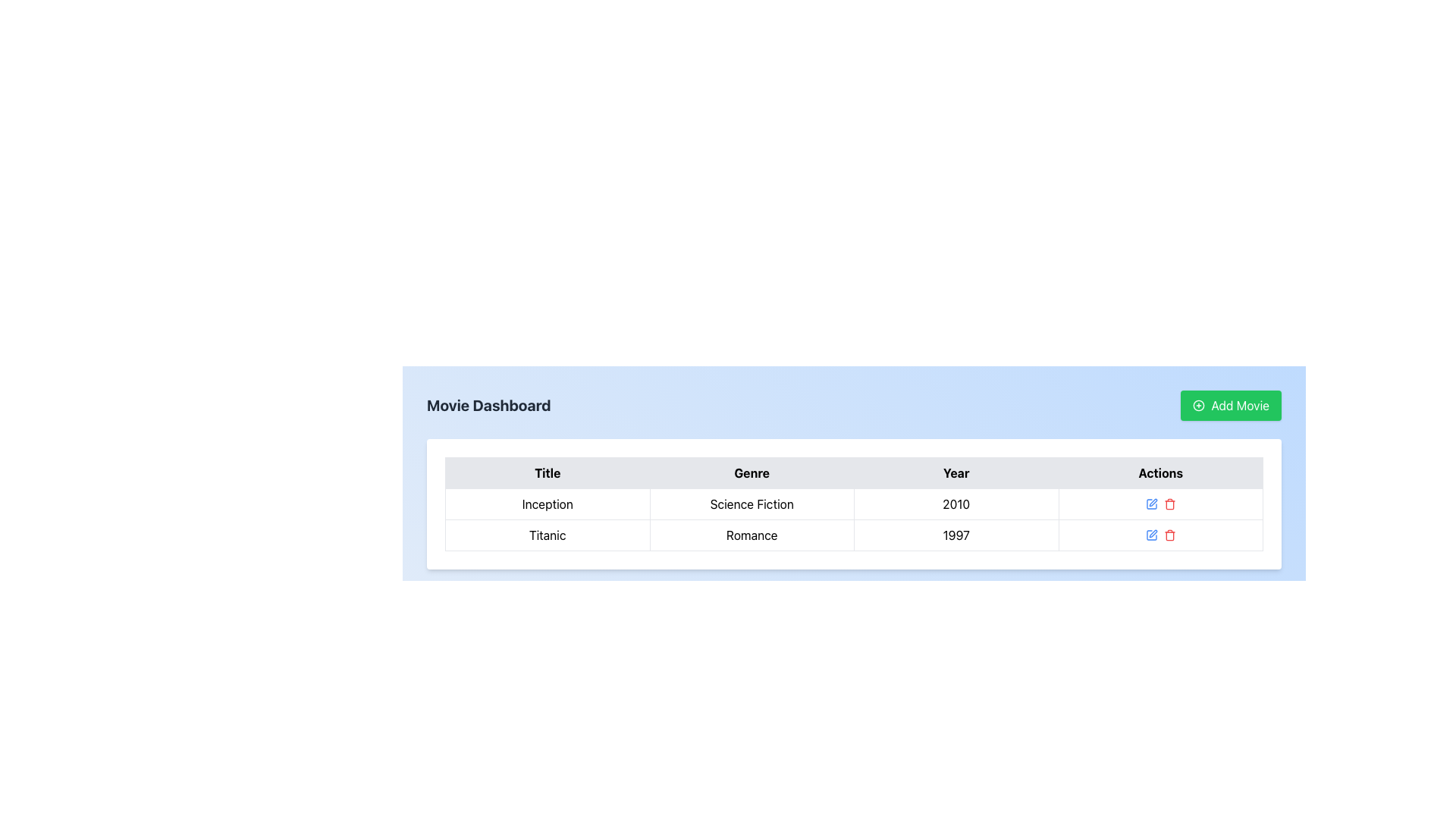  Describe the element at coordinates (488, 405) in the screenshot. I see `the 'Movie Dashboard' text label that serves as a header, displayed in bold and dark gray color` at that location.